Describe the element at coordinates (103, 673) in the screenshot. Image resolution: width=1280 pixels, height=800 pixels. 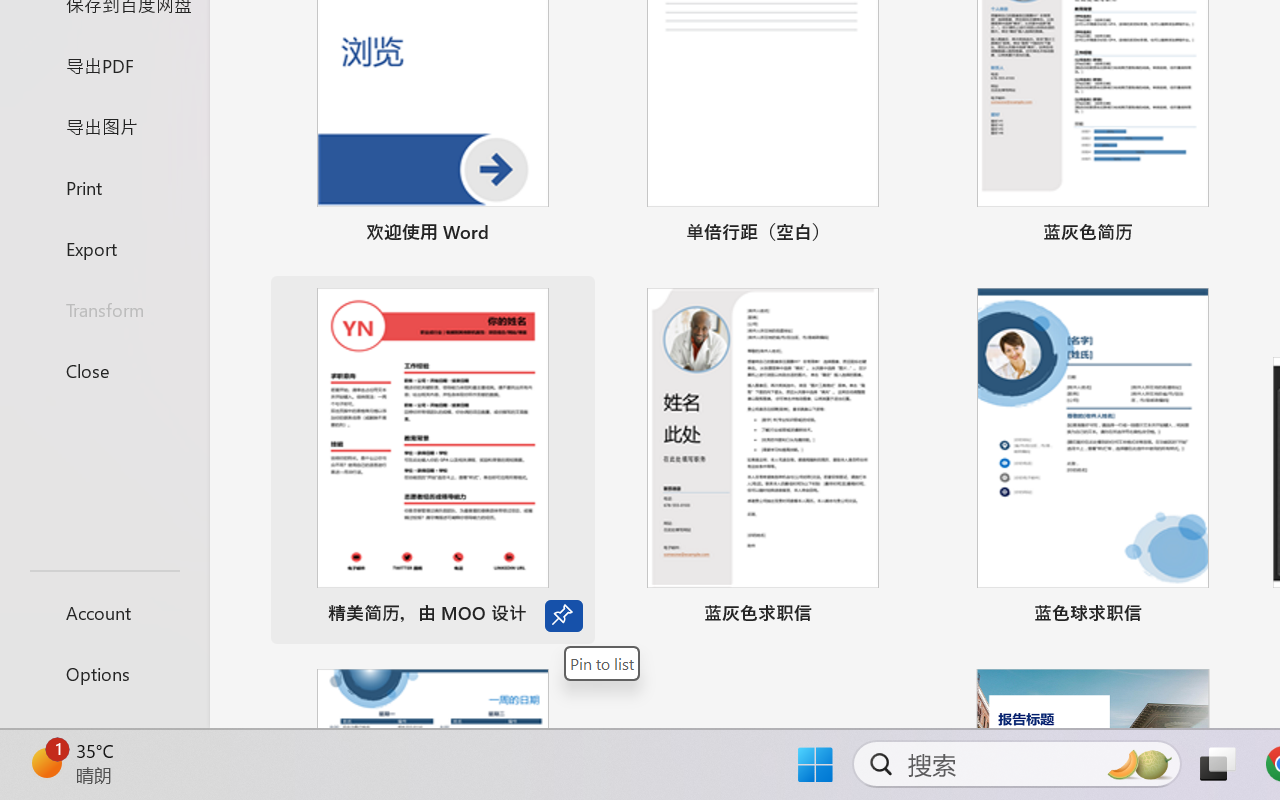
I see `'Options'` at that location.